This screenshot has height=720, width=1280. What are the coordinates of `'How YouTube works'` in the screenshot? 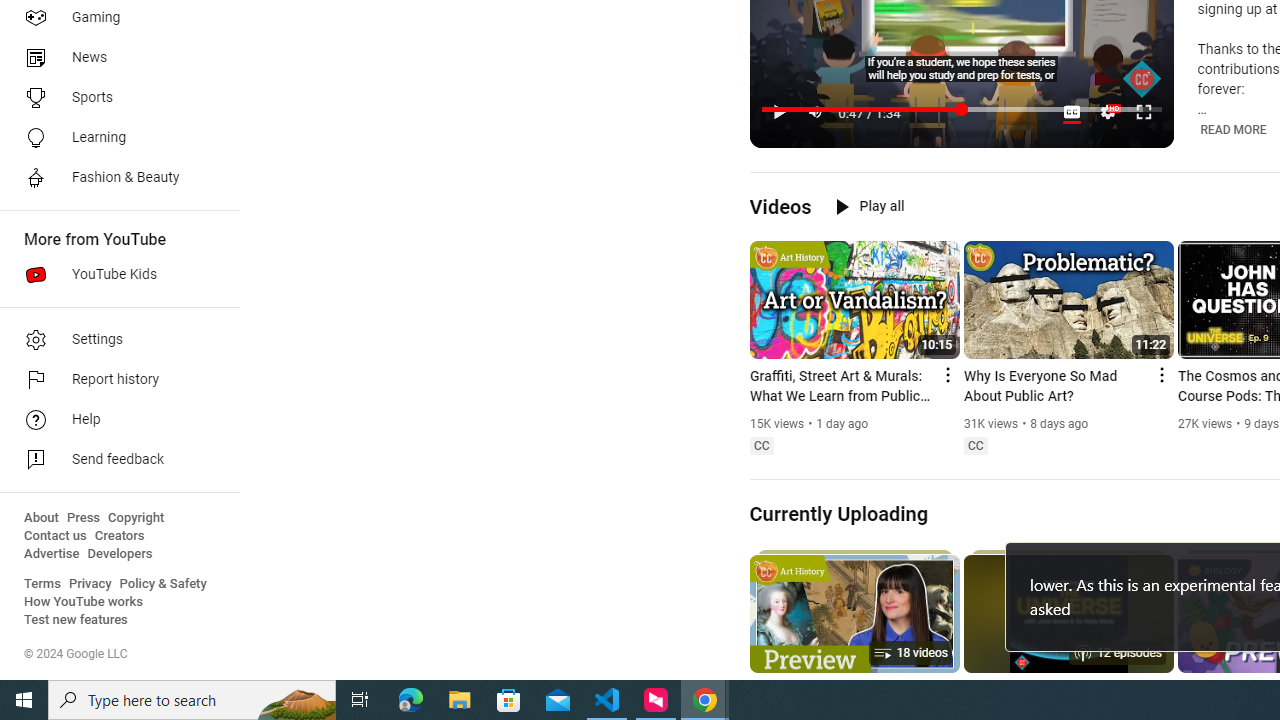 It's located at (82, 601).